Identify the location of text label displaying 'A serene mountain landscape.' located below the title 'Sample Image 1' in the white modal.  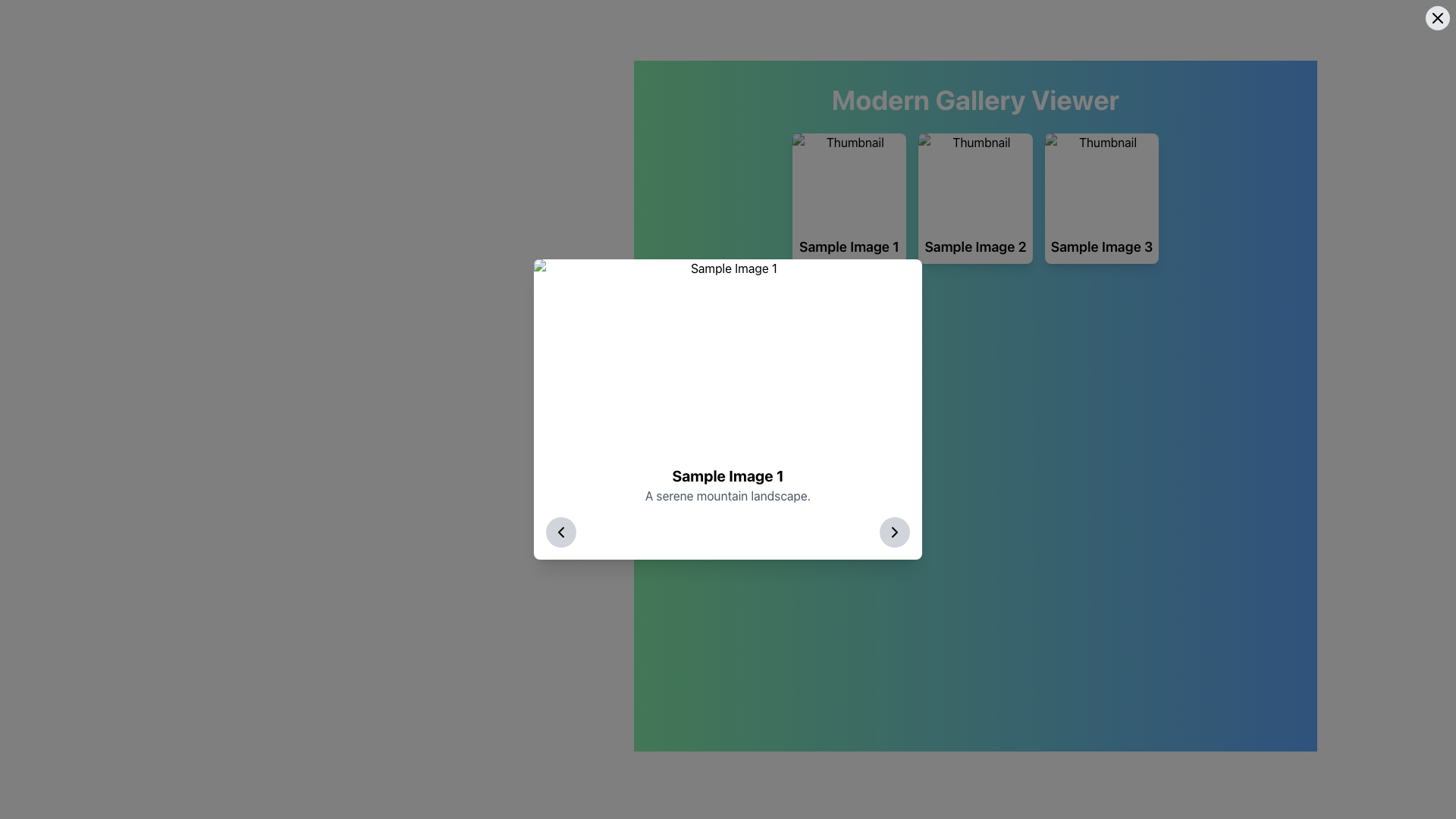
(728, 496).